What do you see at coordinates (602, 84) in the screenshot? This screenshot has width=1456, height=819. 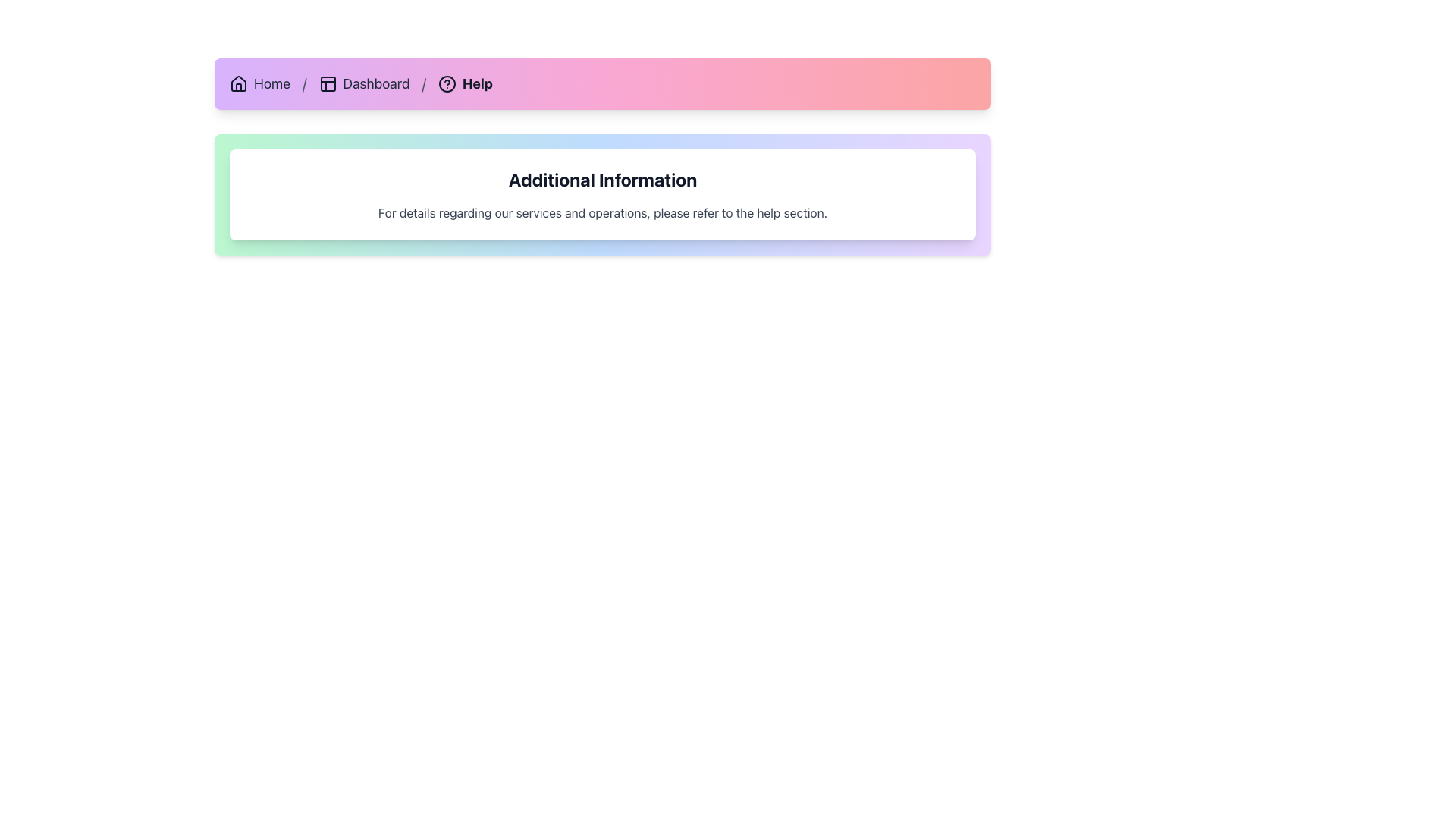 I see `the Breadcrumb navigation bar` at bounding box center [602, 84].